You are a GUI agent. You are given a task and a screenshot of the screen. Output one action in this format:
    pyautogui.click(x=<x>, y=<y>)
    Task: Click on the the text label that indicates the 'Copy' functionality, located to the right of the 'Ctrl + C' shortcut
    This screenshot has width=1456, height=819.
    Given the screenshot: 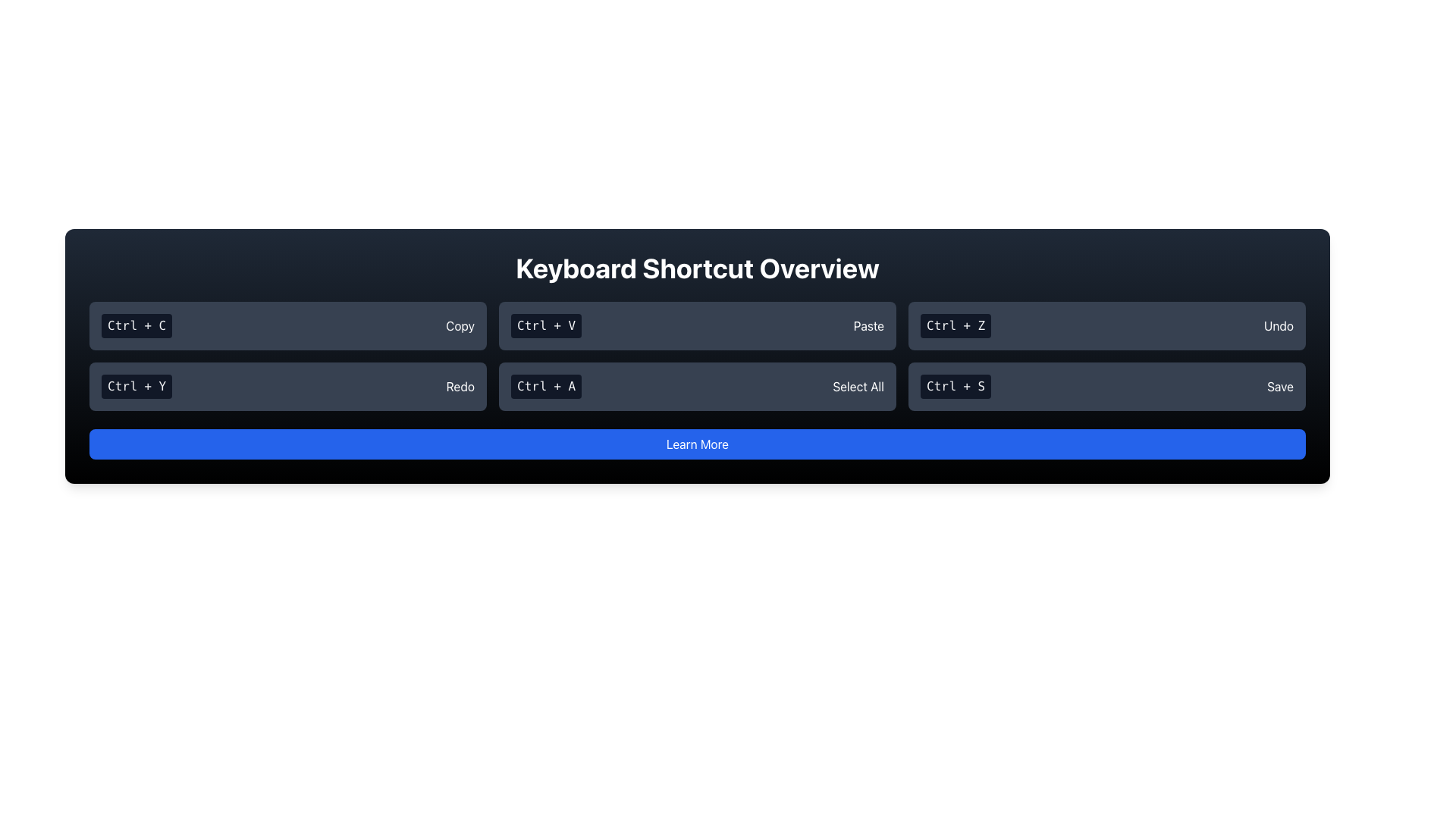 What is the action you would take?
    pyautogui.click(x=460, y=325)
    